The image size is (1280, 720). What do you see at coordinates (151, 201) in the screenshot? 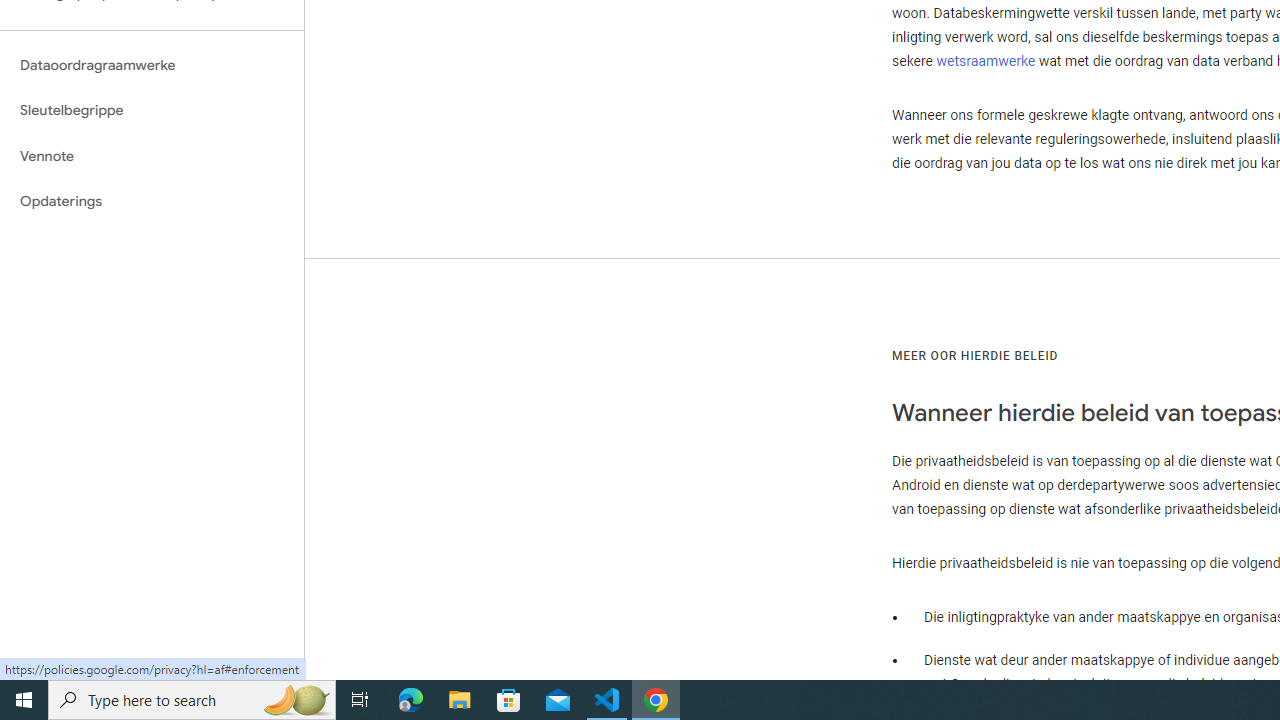
I see `'Opdaterings'` at bounding box center [151, 201].